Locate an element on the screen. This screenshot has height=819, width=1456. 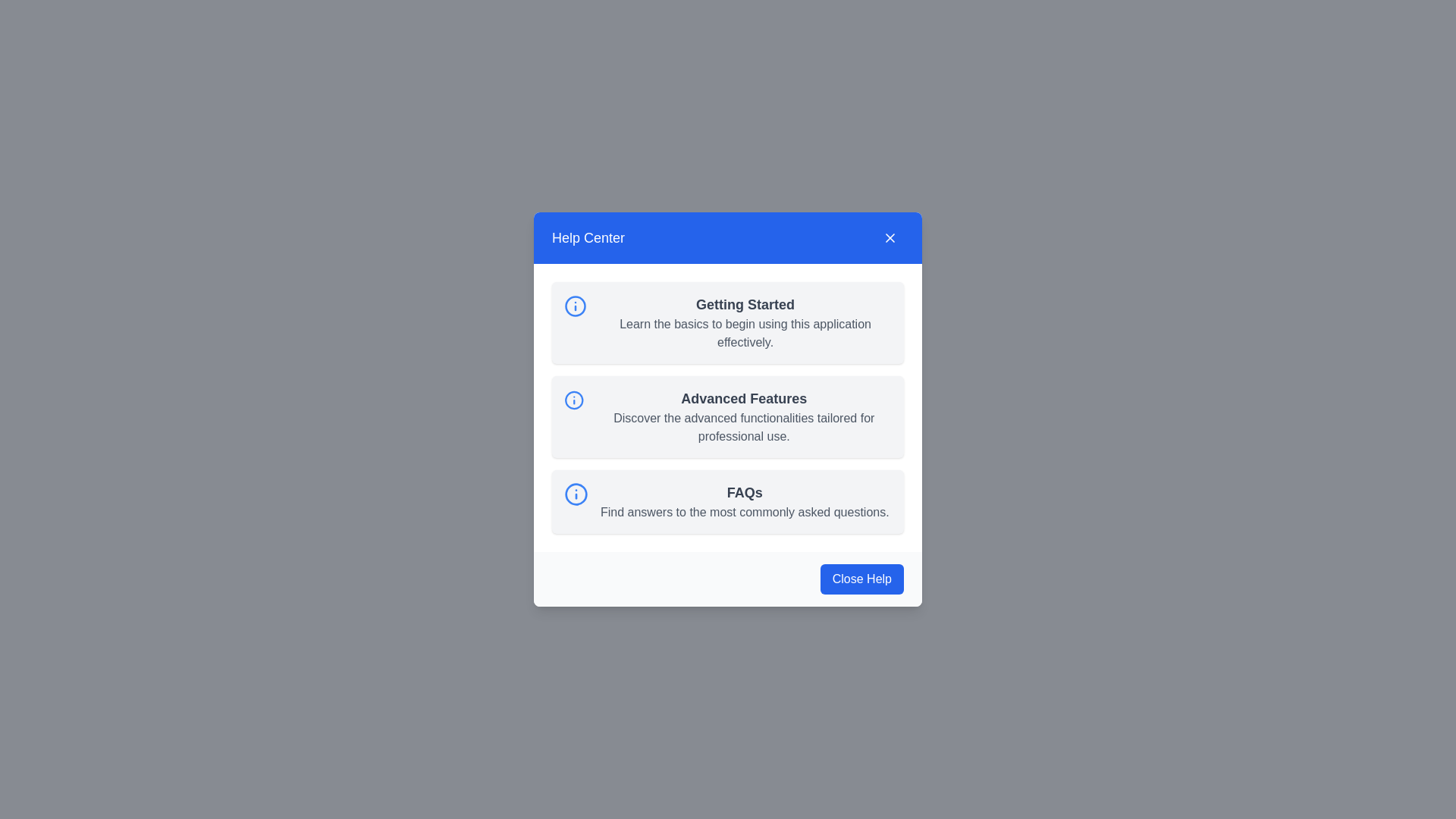
the second Information Card in the Help Center modal, positioned below the 'Getting Started' card and above the 'FAQs' card, which offers details about the 'Advanced Features' section is located at coordinates (728, 417).